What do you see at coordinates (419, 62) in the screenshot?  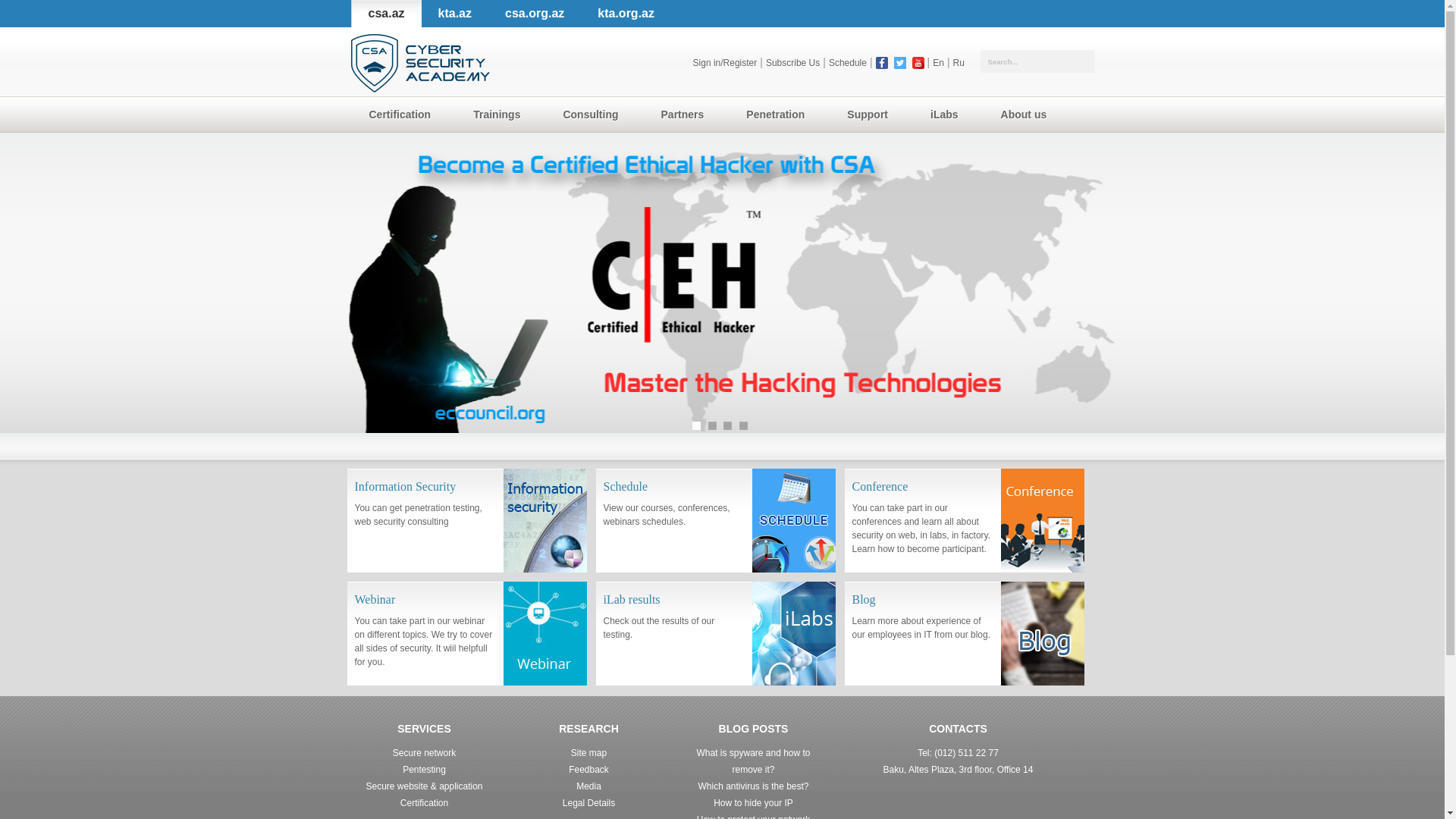 I see `'Cyber Security Academy'` at bounding box center [419, 62].